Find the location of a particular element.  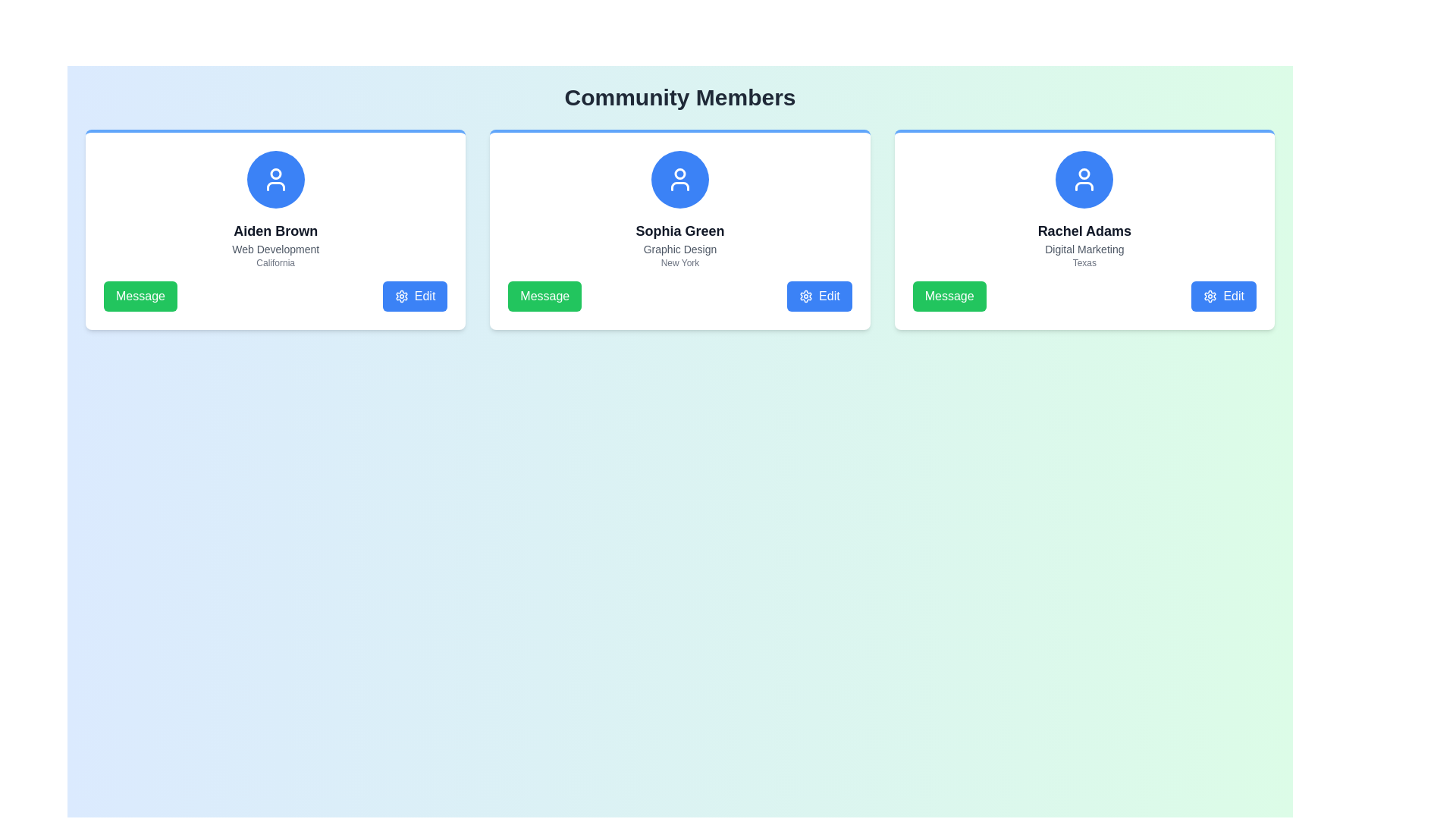

the text display indicating the location or affiliation state of the profile for 'Rachel Adams', positioned at the bottom of the profile card under 'Digital Marketing' is located at coordinates (1084, 262).